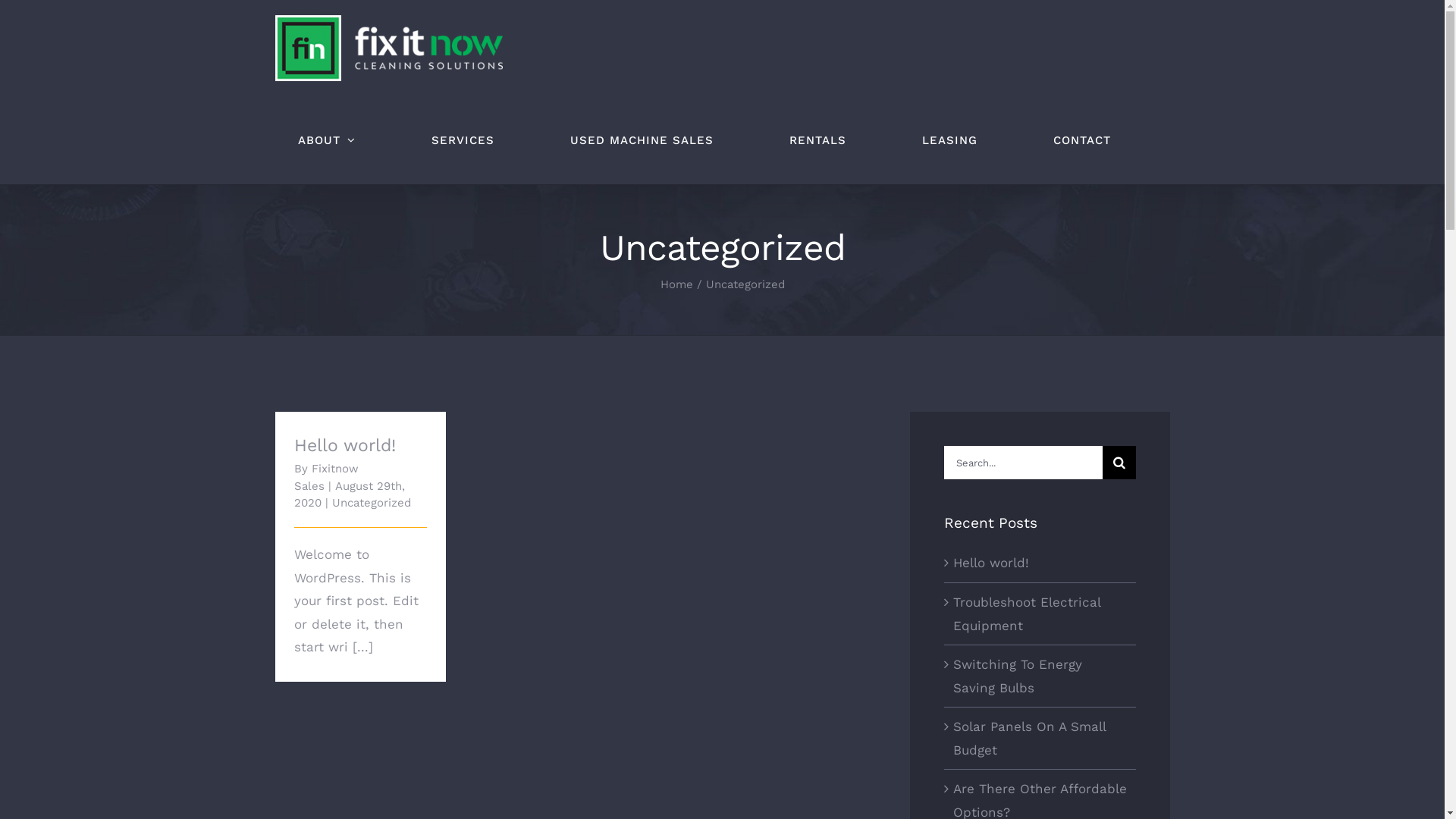  What do you see at coordinates (952, 737) in the screenshot?
I see `'Solar Panels On A Small Budget'` at bounding box center [952, 737].